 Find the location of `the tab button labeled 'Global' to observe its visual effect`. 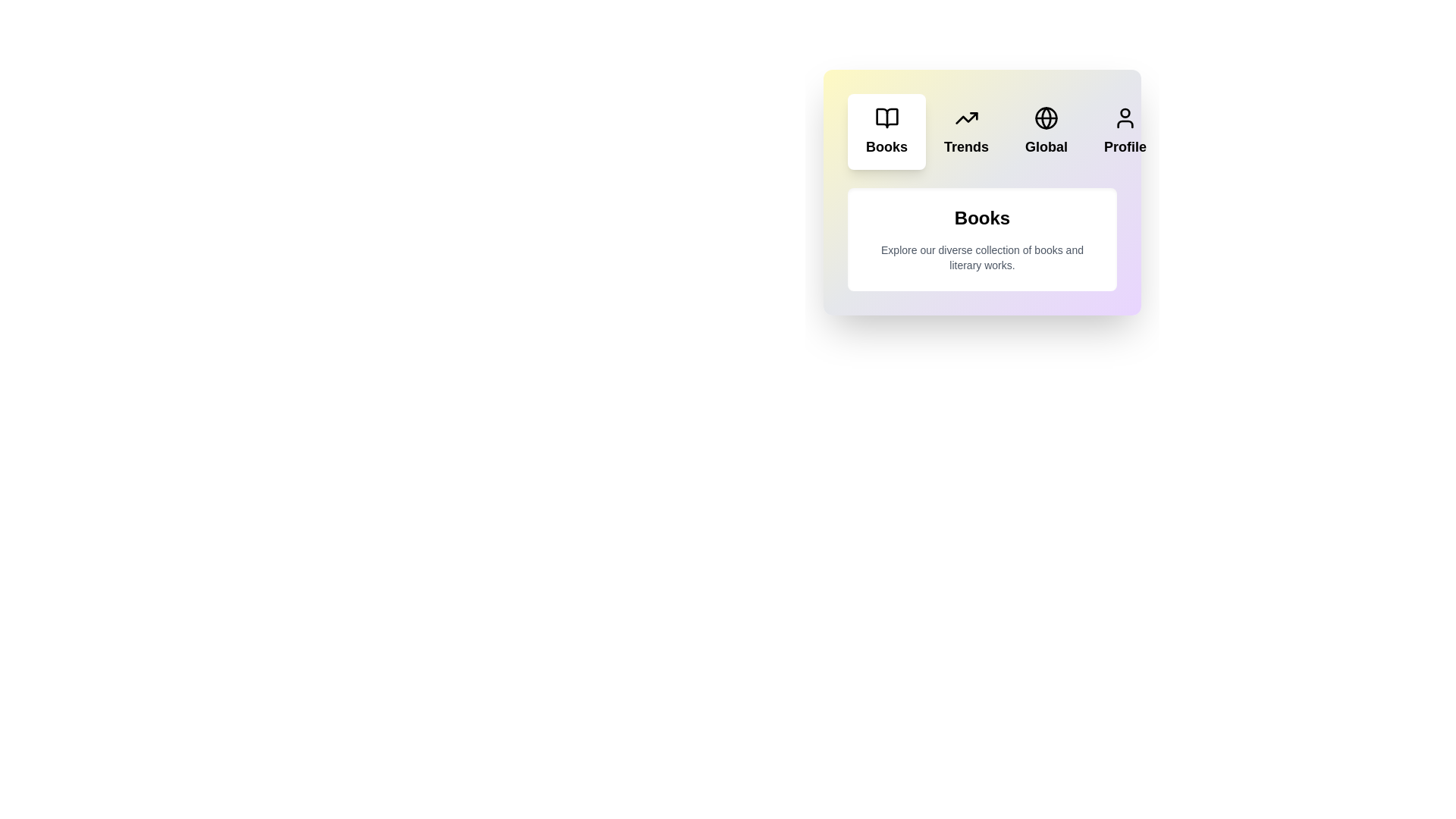

the tab button labeled 'Global' to observe its visual effect is located at coordinates (1046, 130).